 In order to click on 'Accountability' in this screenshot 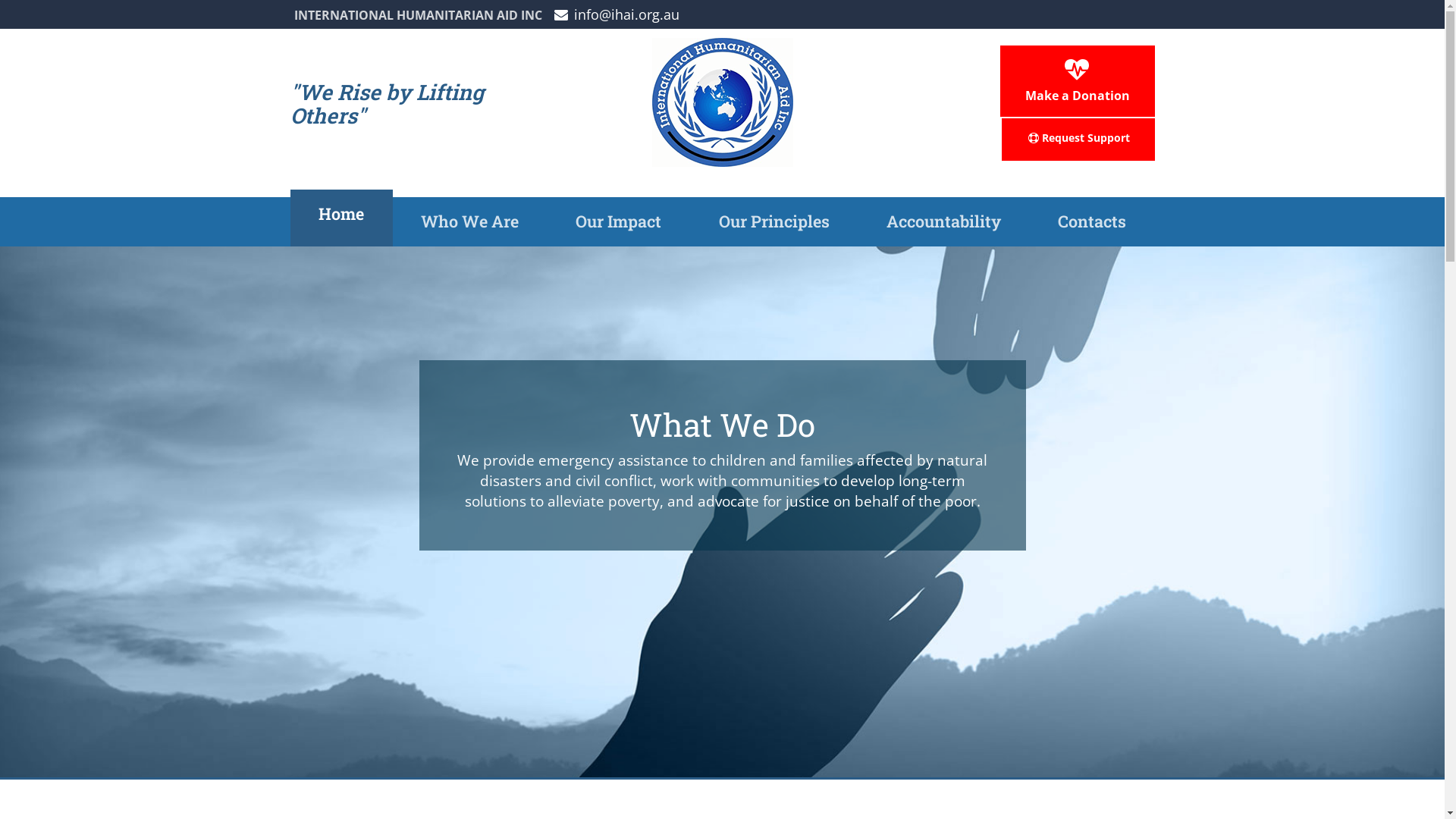, I will do `click(128, 256)`.